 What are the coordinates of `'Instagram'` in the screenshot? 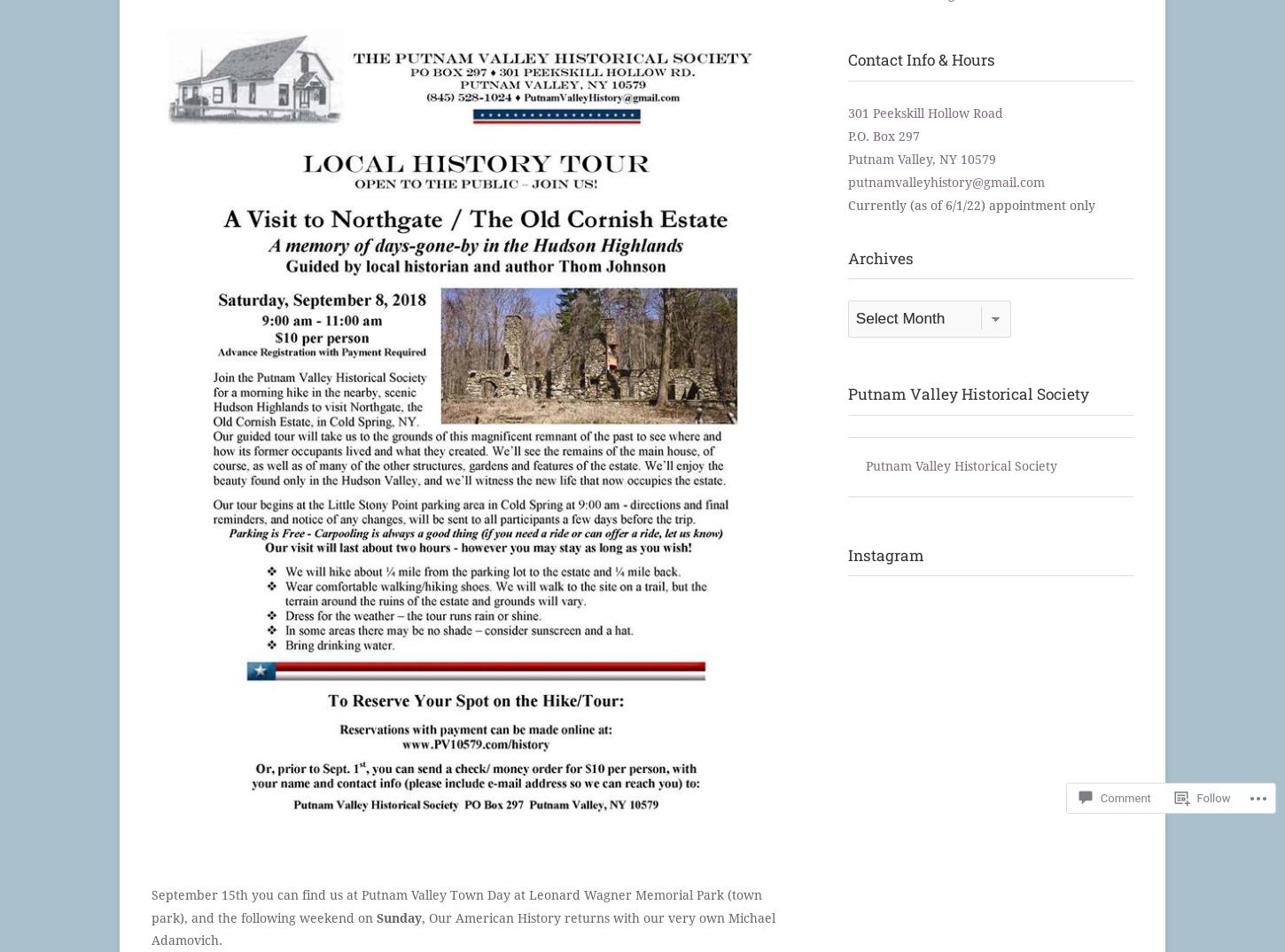 It's located at (885, 554).